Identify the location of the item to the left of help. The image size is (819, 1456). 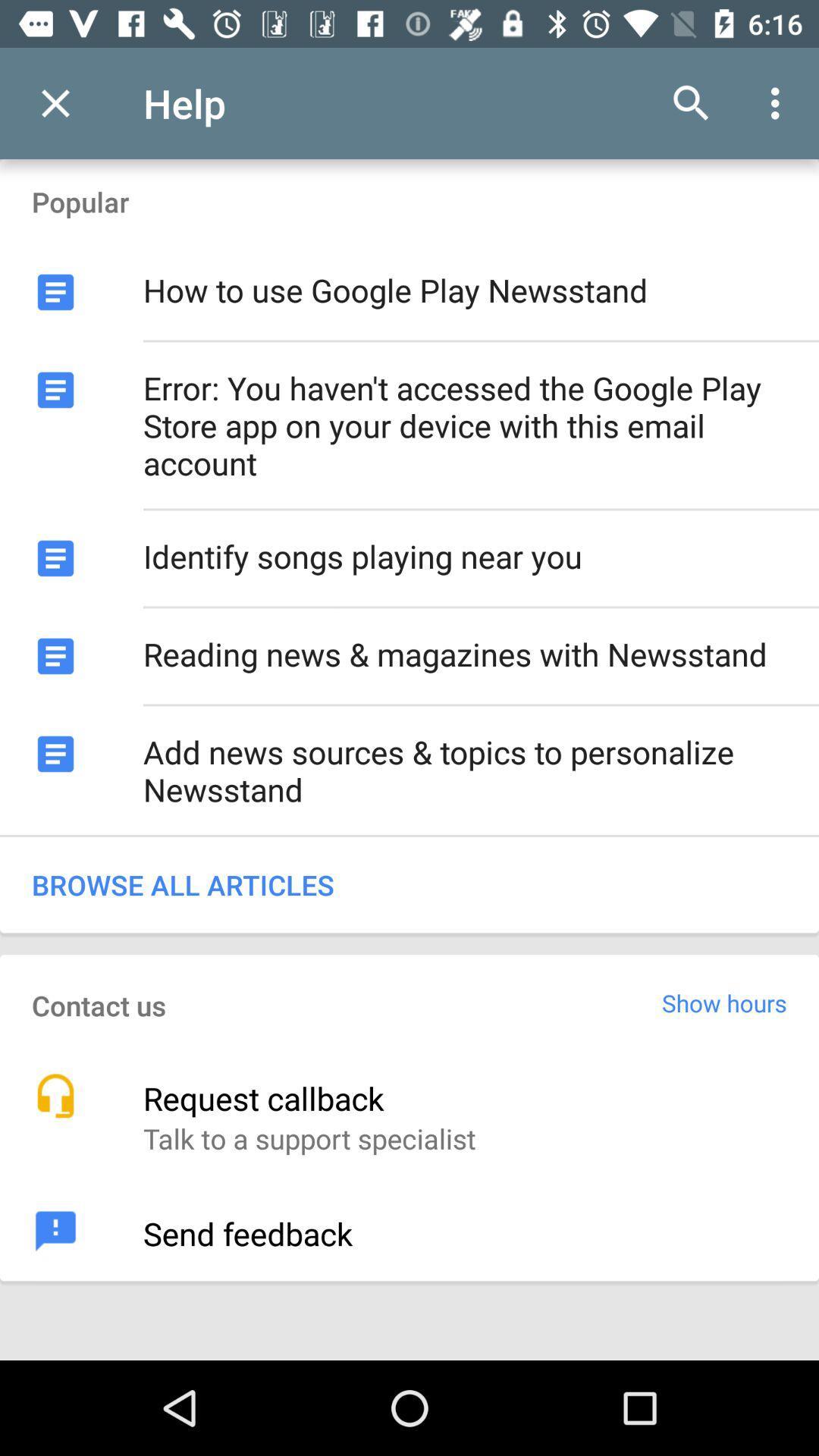
(55, 102).